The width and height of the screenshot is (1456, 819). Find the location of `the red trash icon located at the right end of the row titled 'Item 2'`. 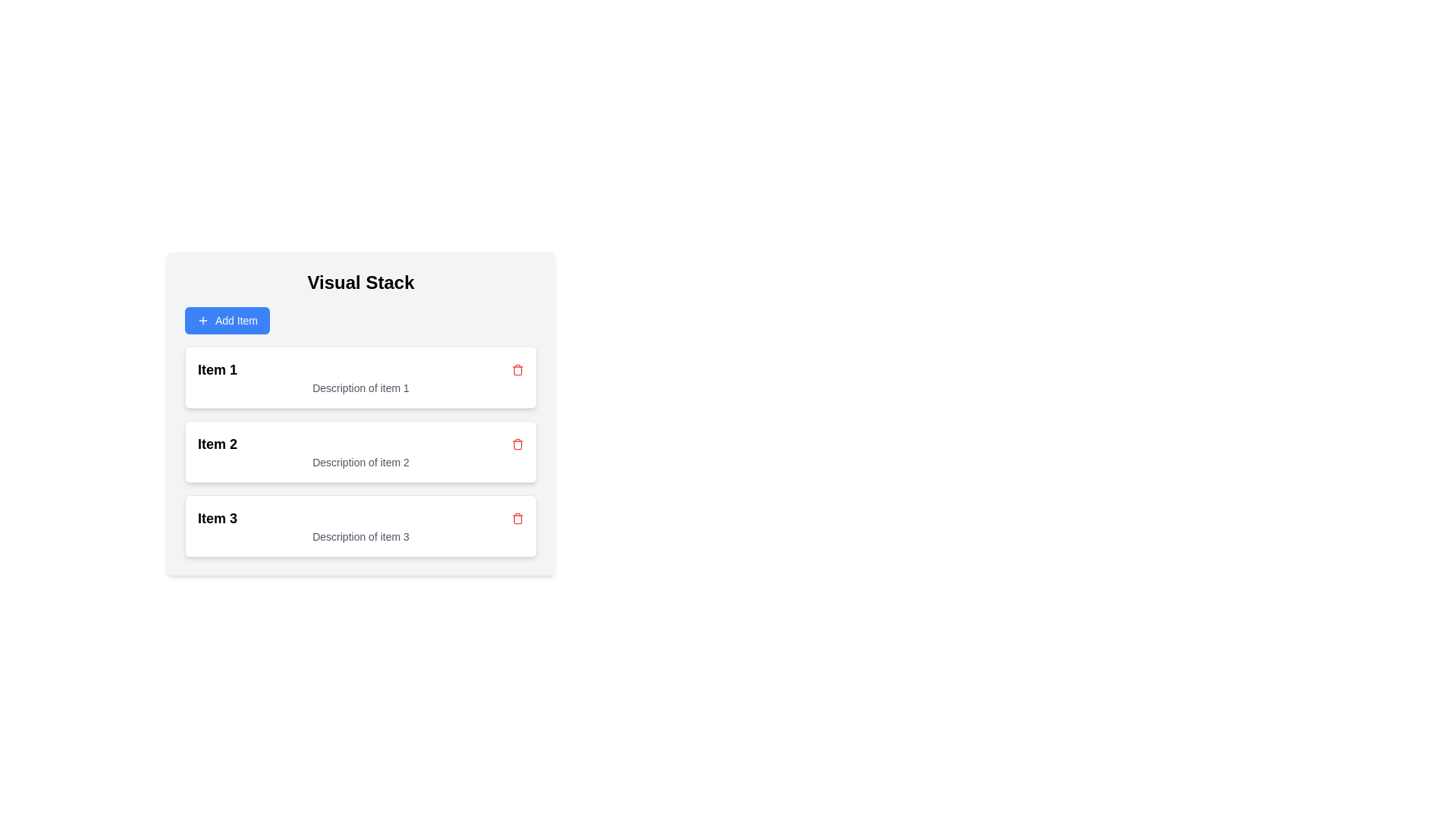

the red trash icon located at the right end of the row titled 'Item 2' is located at coordinates (517, 444).